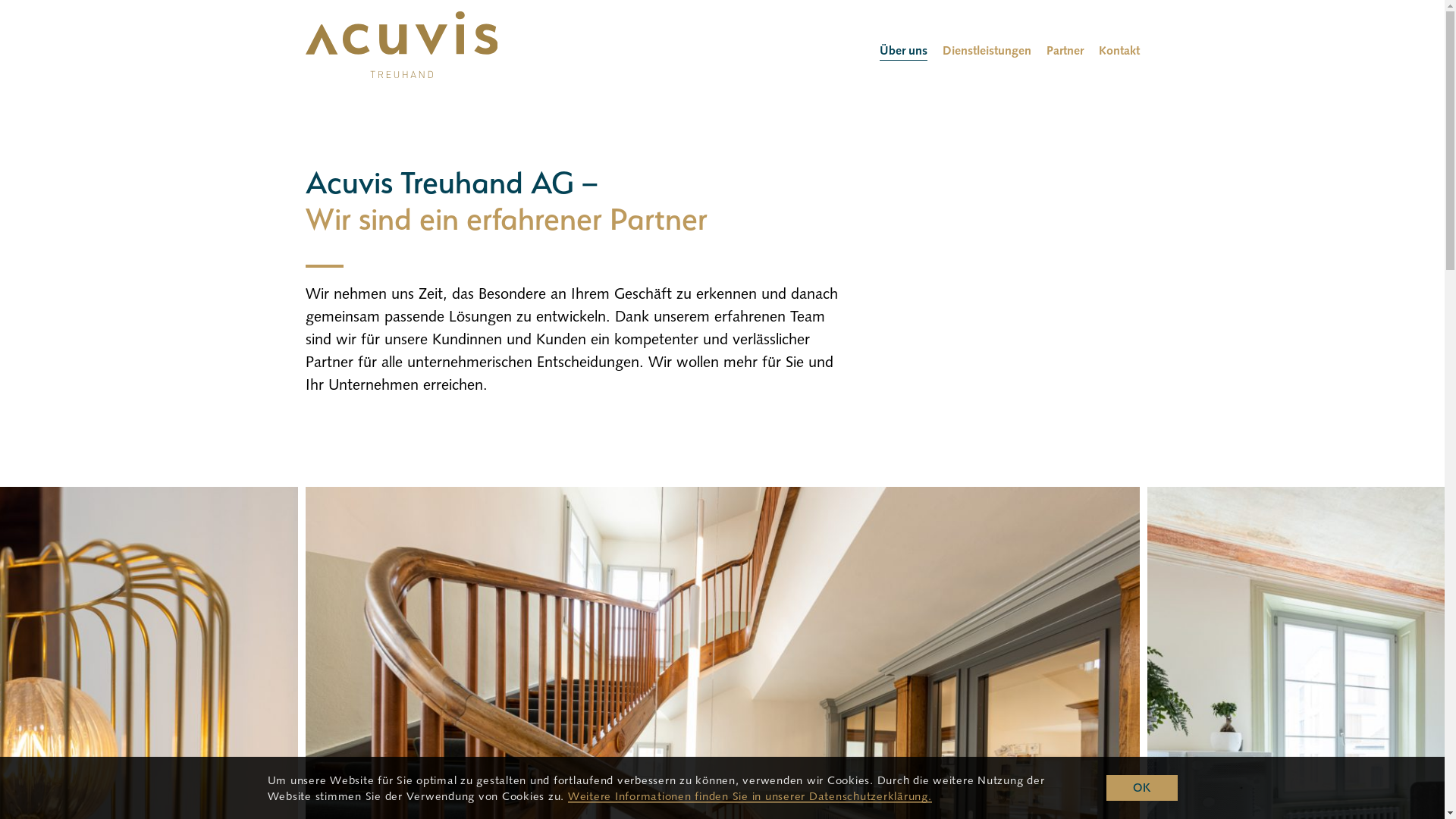 The image size is (1456, 819). Describe the element at coordinates (1141, 787) in the screenshot. I see `'OK'` at that location.